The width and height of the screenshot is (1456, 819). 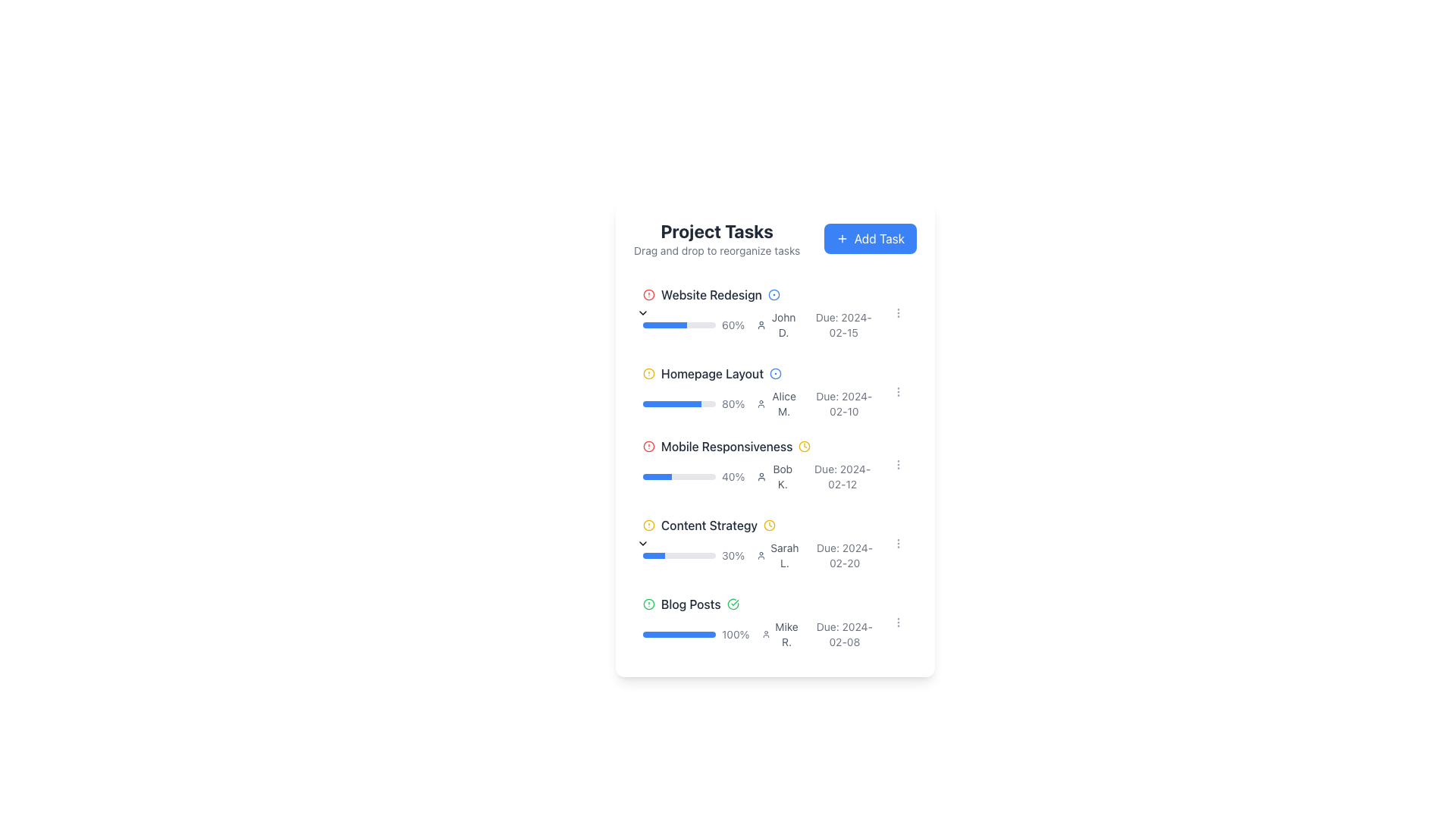 I want to click on the status indication of the green hollow circle icon with a checkmark located to the left of the 'Blog Posts' text in the task list, so click(x=648, y=604).